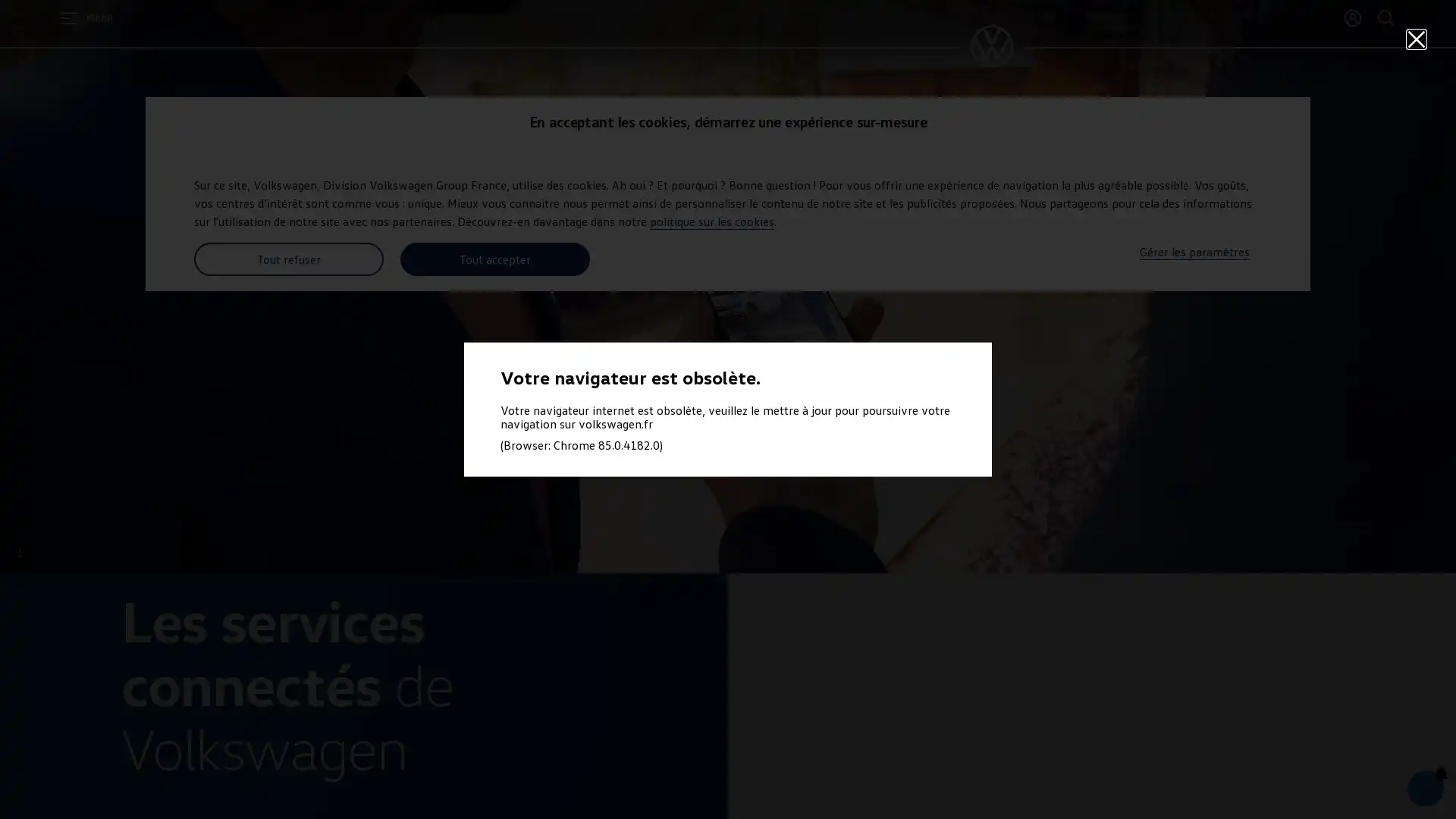 The width and height of the screenshot is (1456, 819). Describe the element at coordinates (1378, 778) in the screenshot. I see `Mettre fin au chat` at that location.